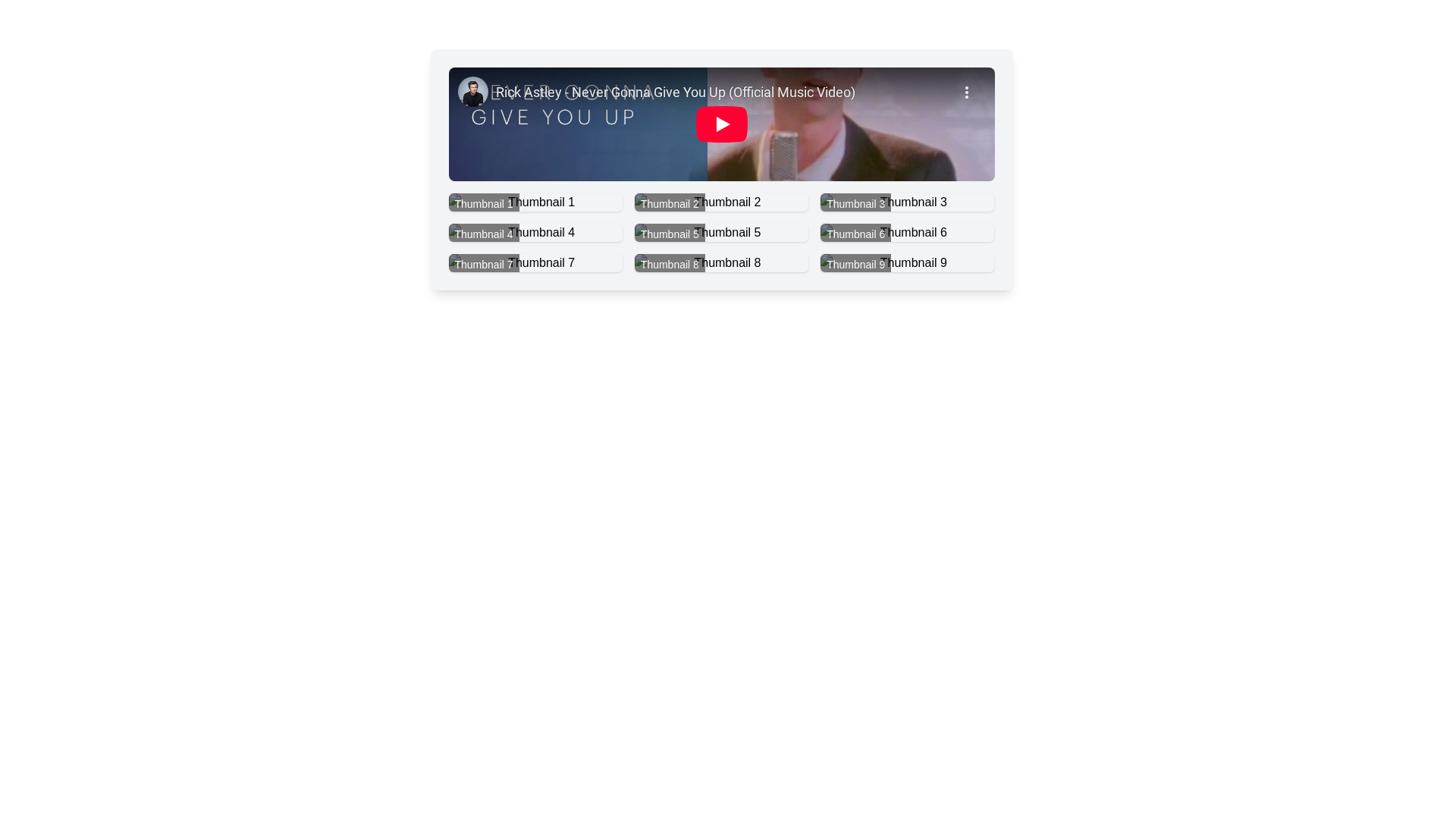  I want to click on the 'Thumbnail 1' image thumbnail located in the top-left corner of the grid, so click(535, 201).